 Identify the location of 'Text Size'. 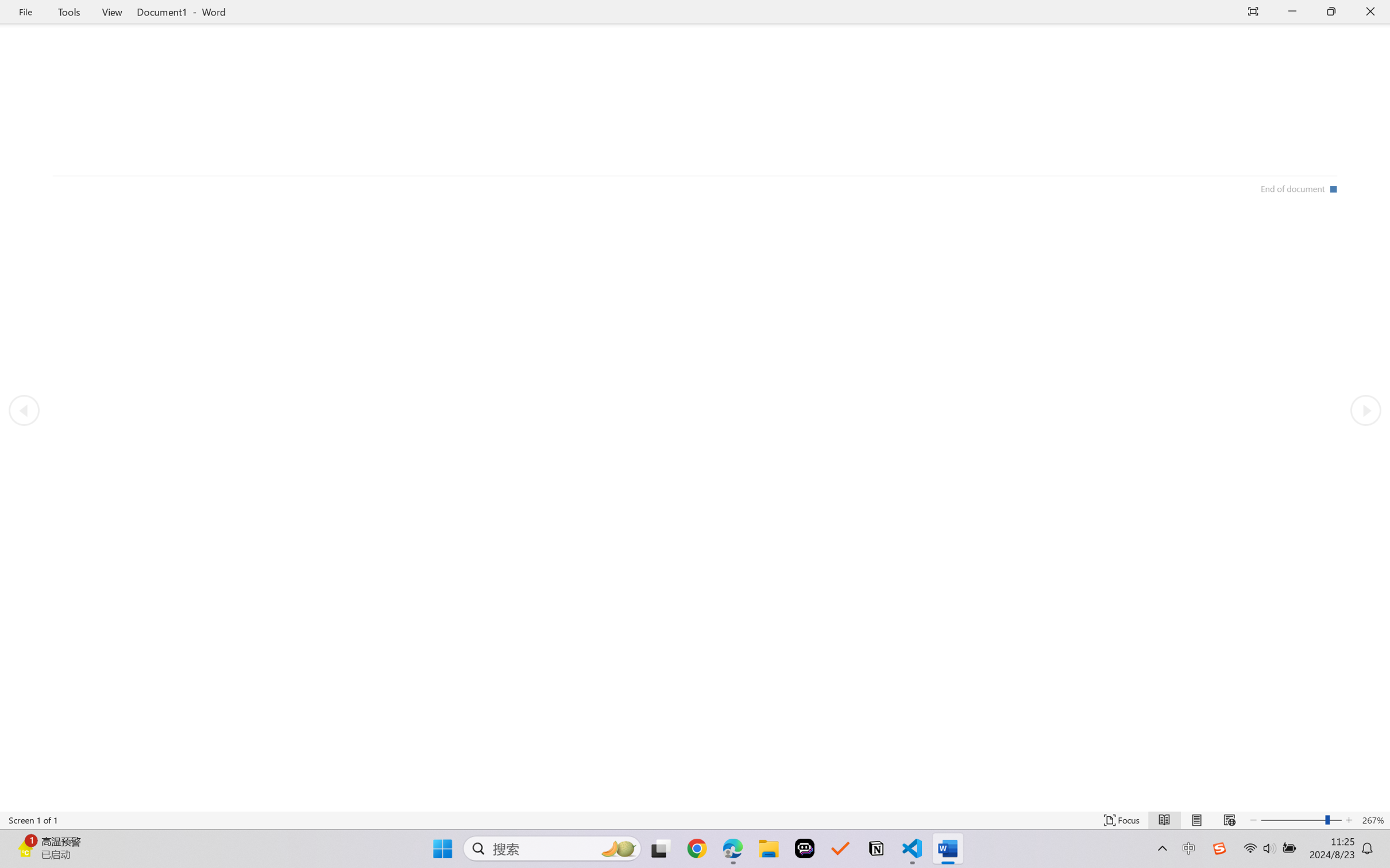
(1302, 820).